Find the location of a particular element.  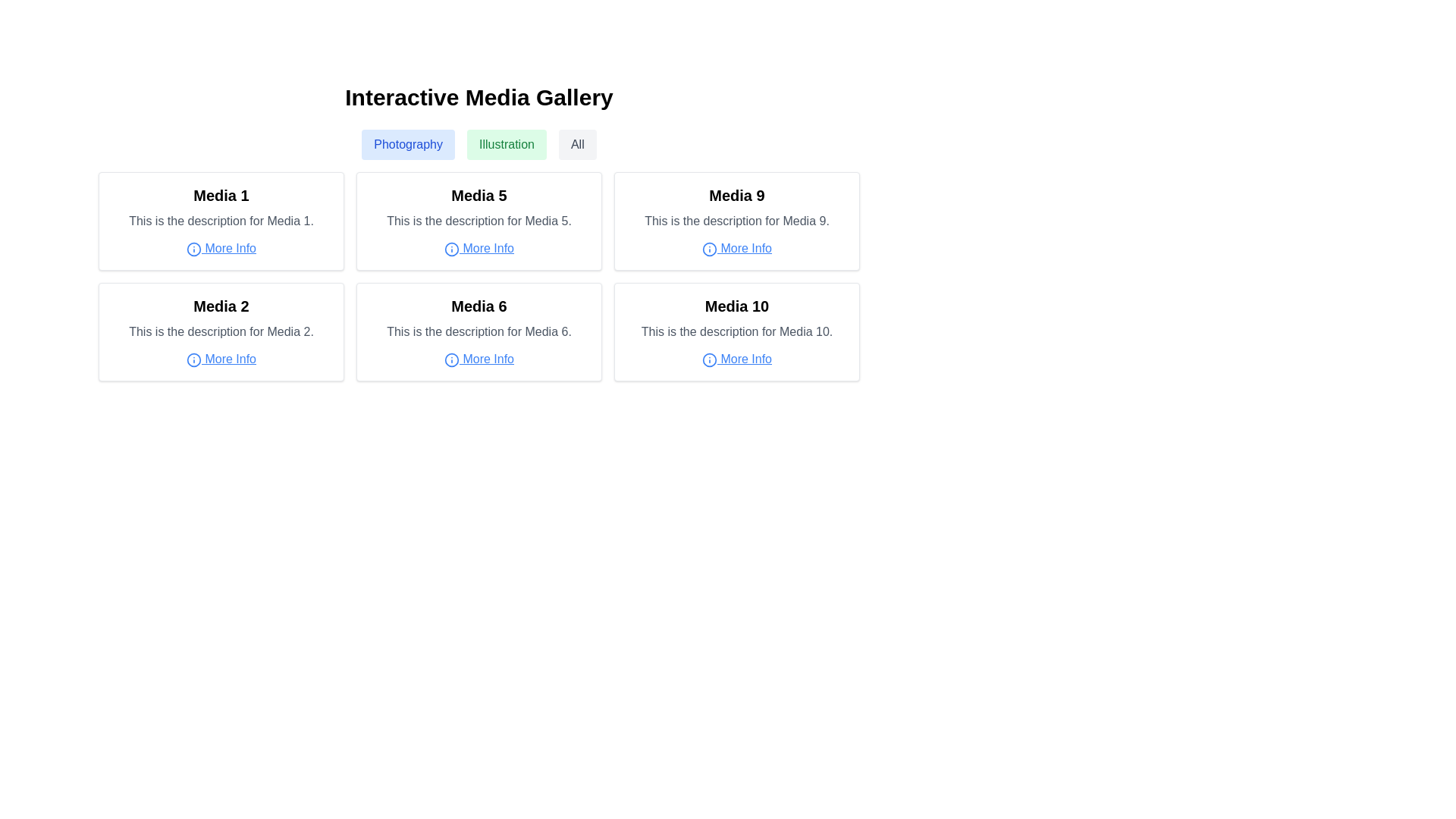

the third interactive card in the second row of the grid layout, which provides a summary for a media item is located at coordinates (479, 331).